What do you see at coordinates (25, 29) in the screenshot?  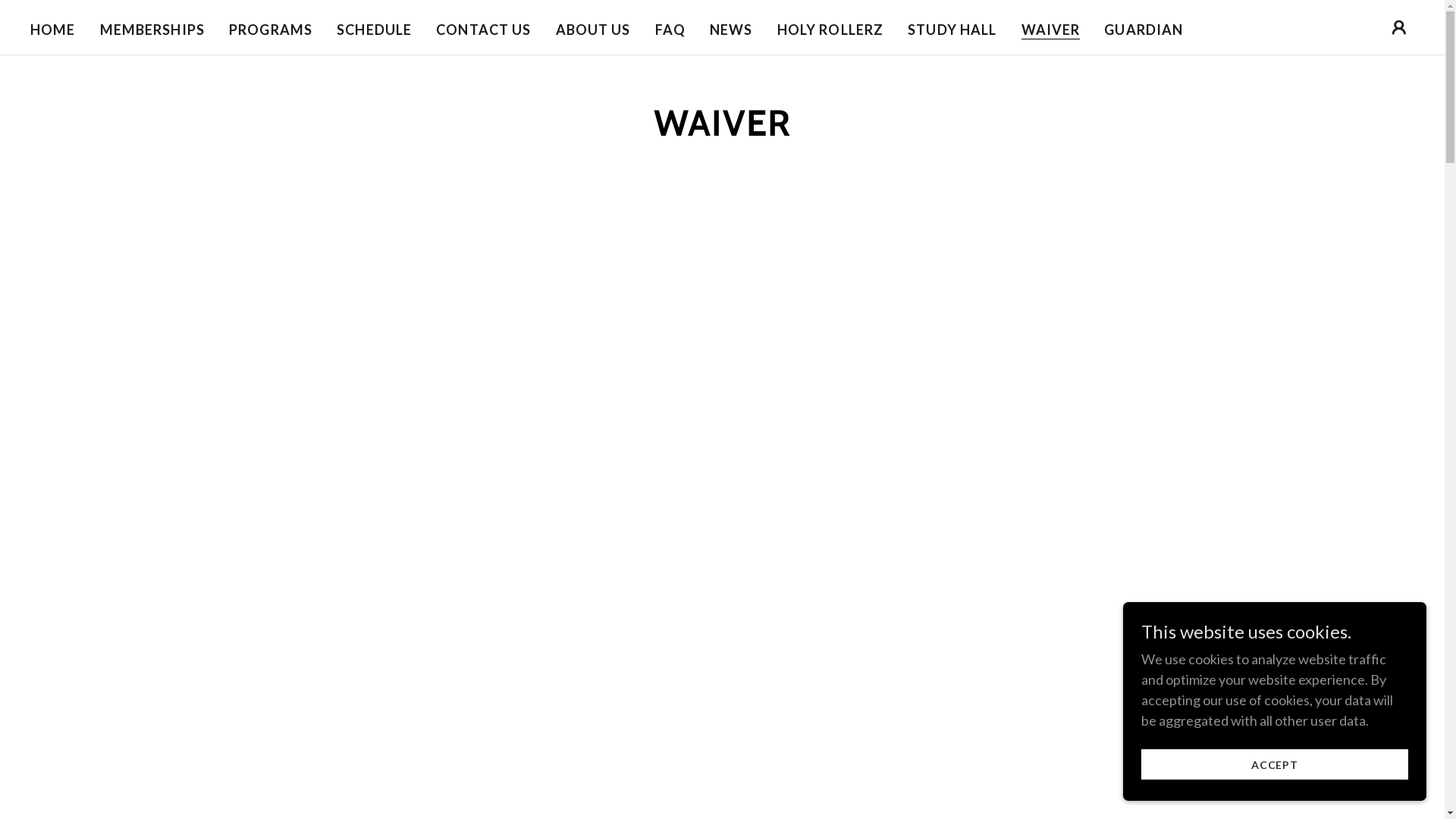 I see `'HOME'` at bounding box center [25, 29].